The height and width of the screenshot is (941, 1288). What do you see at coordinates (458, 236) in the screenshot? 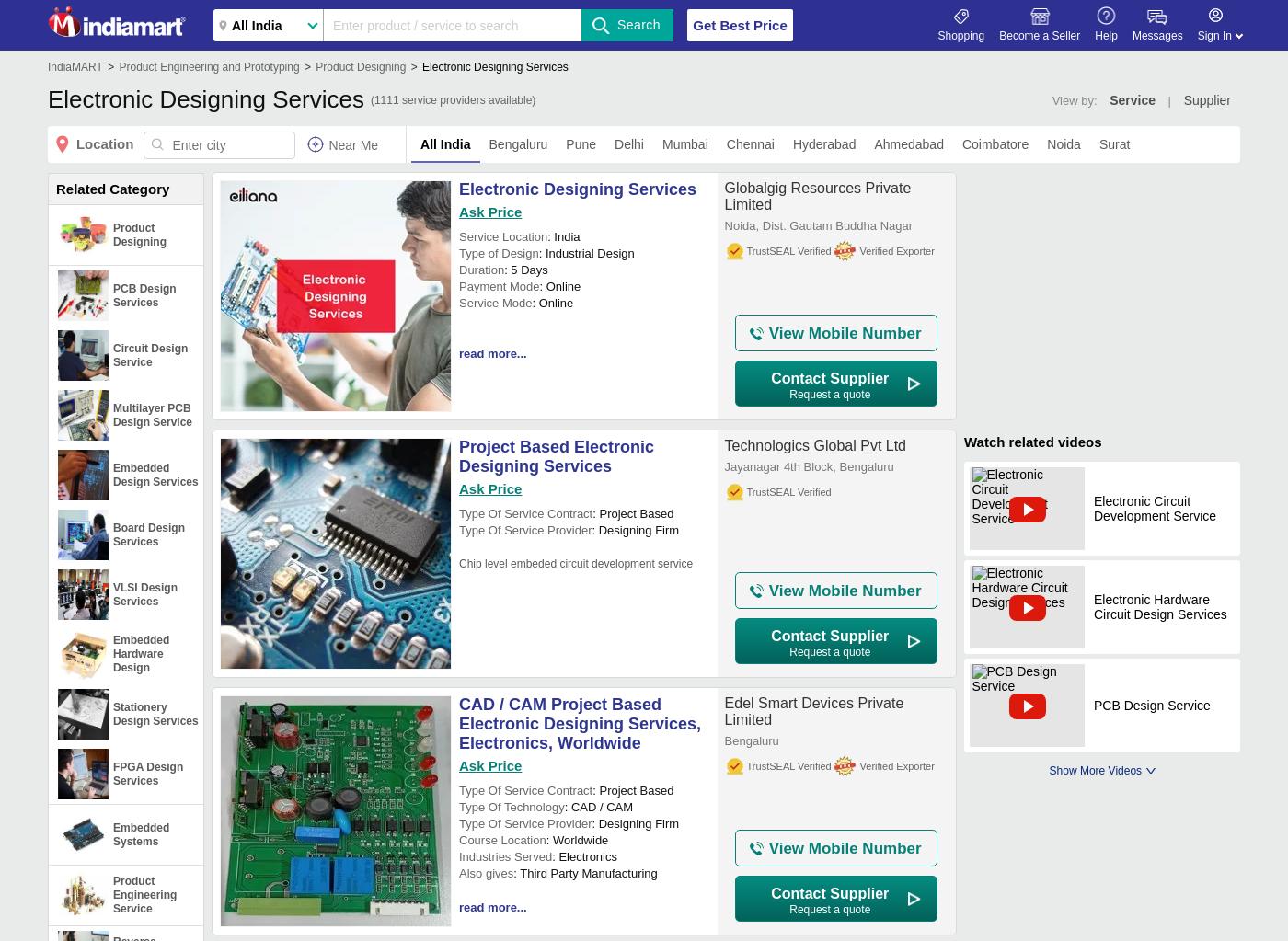
I see `'Service Location'` at bounding box center [458, 236].